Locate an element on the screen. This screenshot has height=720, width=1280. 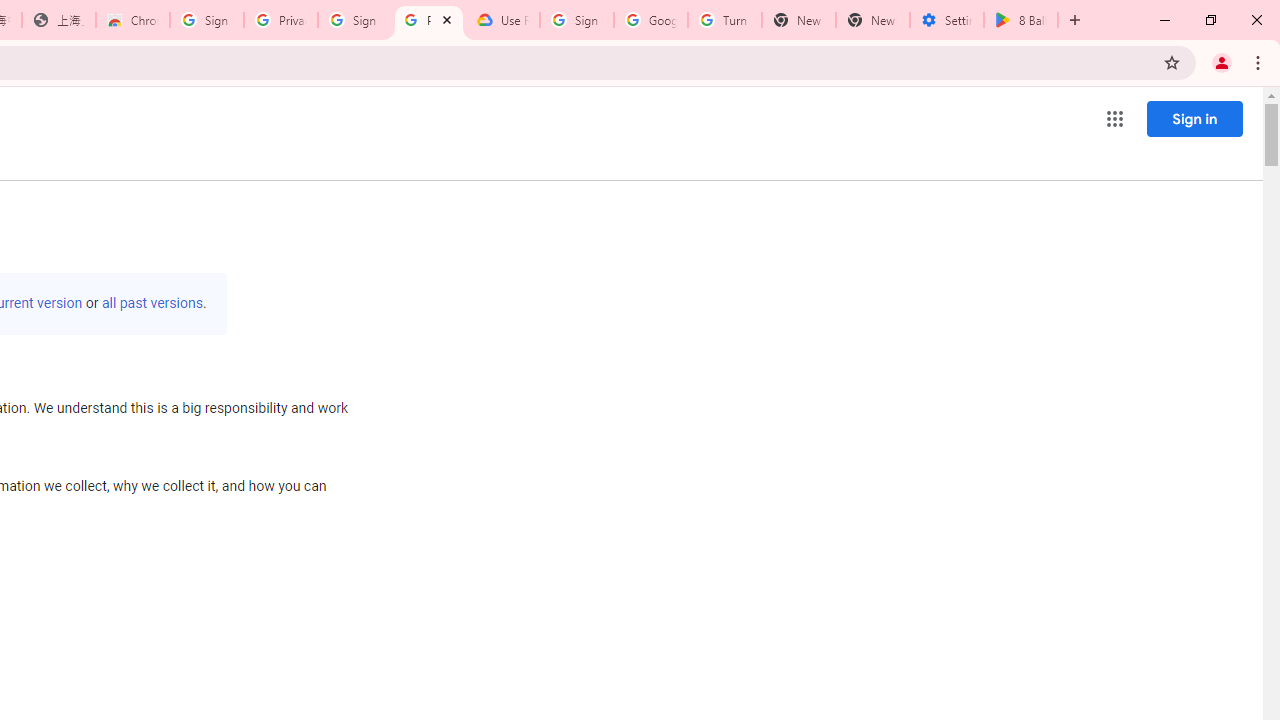
'all past versions' is located at coordinates (151, 303).